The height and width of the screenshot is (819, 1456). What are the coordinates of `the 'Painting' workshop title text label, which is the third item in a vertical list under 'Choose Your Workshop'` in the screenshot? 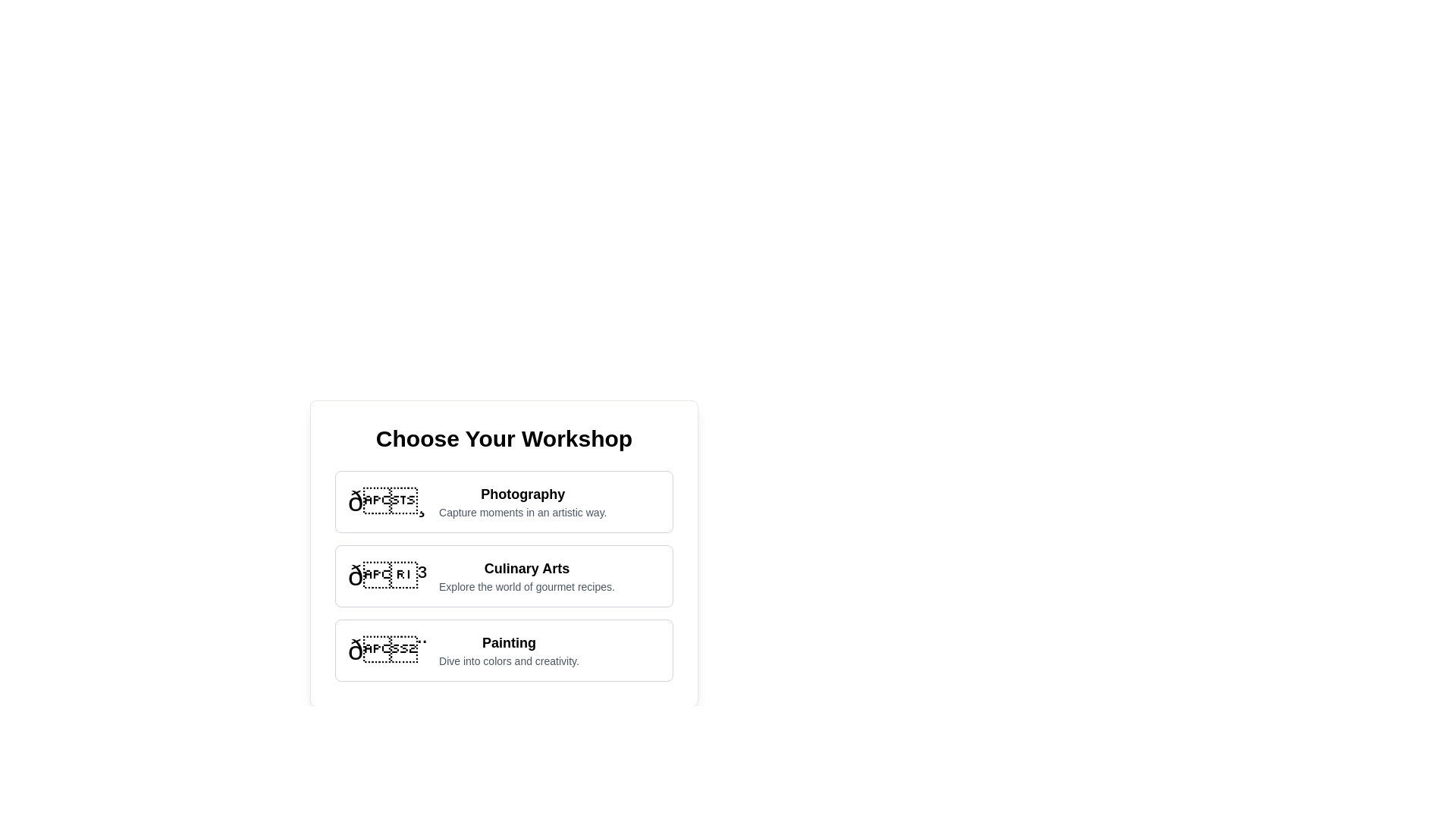 It's located at (509, 643).